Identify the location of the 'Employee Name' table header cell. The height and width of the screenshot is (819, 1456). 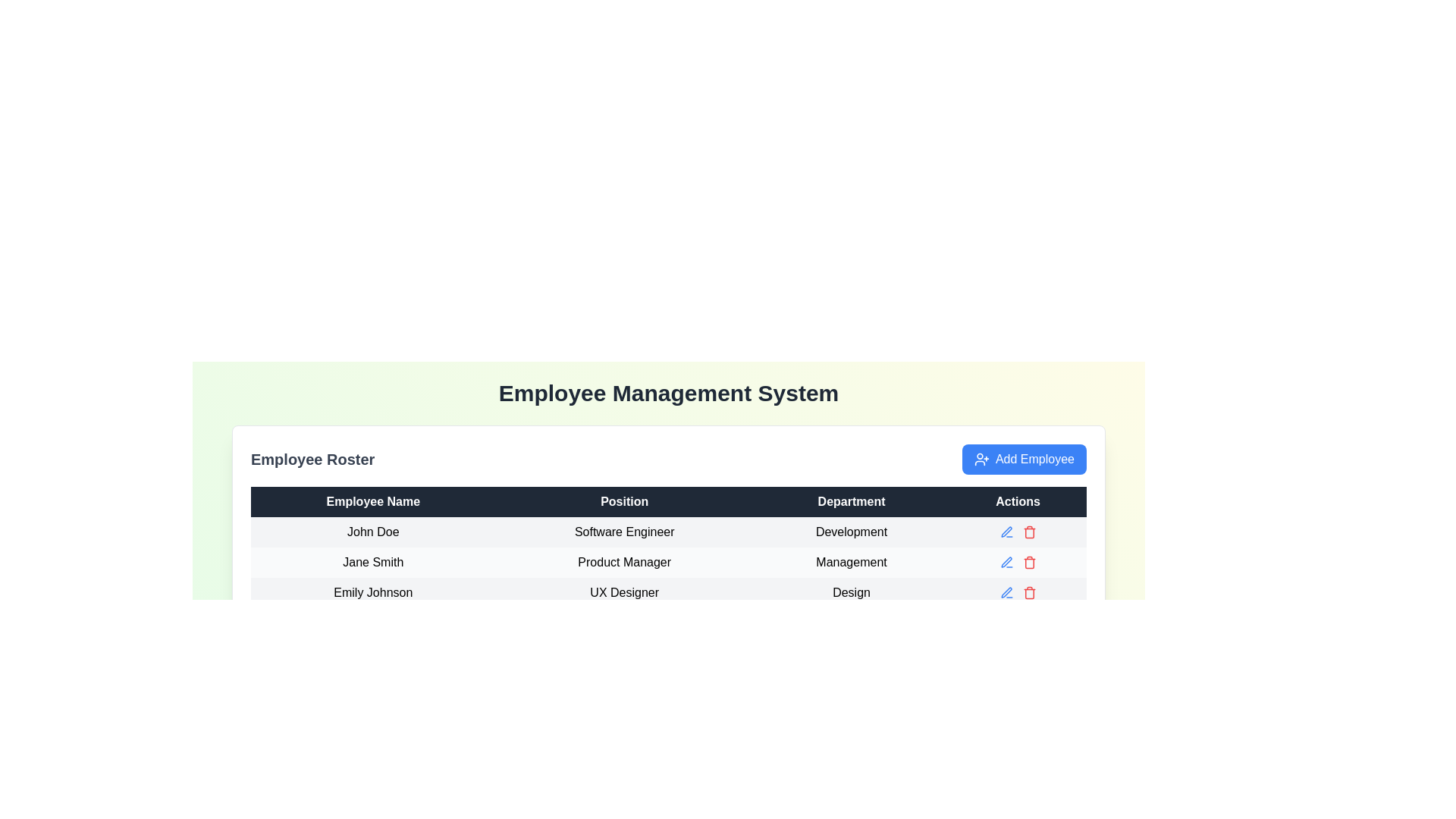
(373, 502).